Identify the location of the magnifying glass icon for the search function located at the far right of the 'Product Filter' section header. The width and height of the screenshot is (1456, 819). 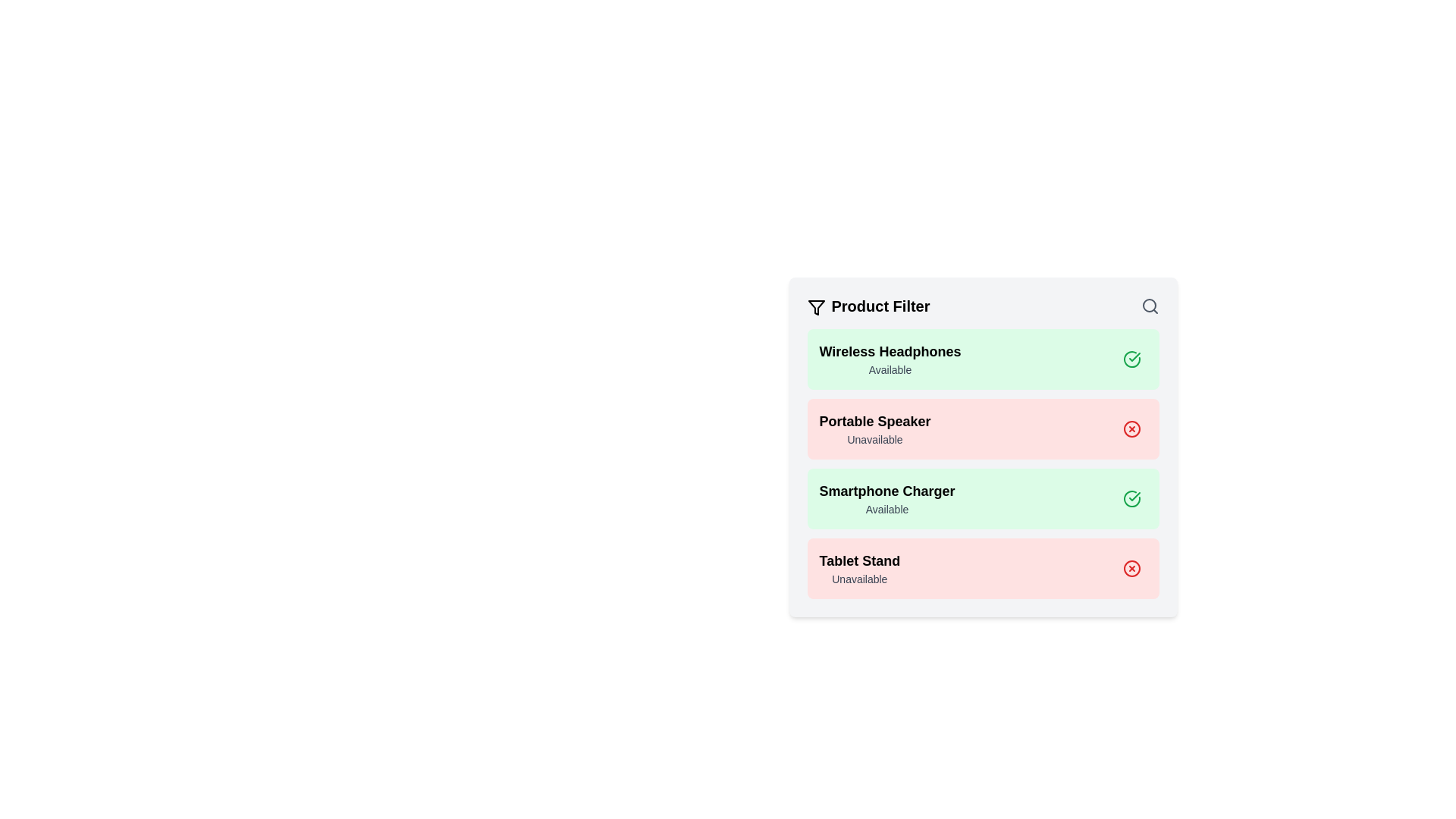
(1150, 306).